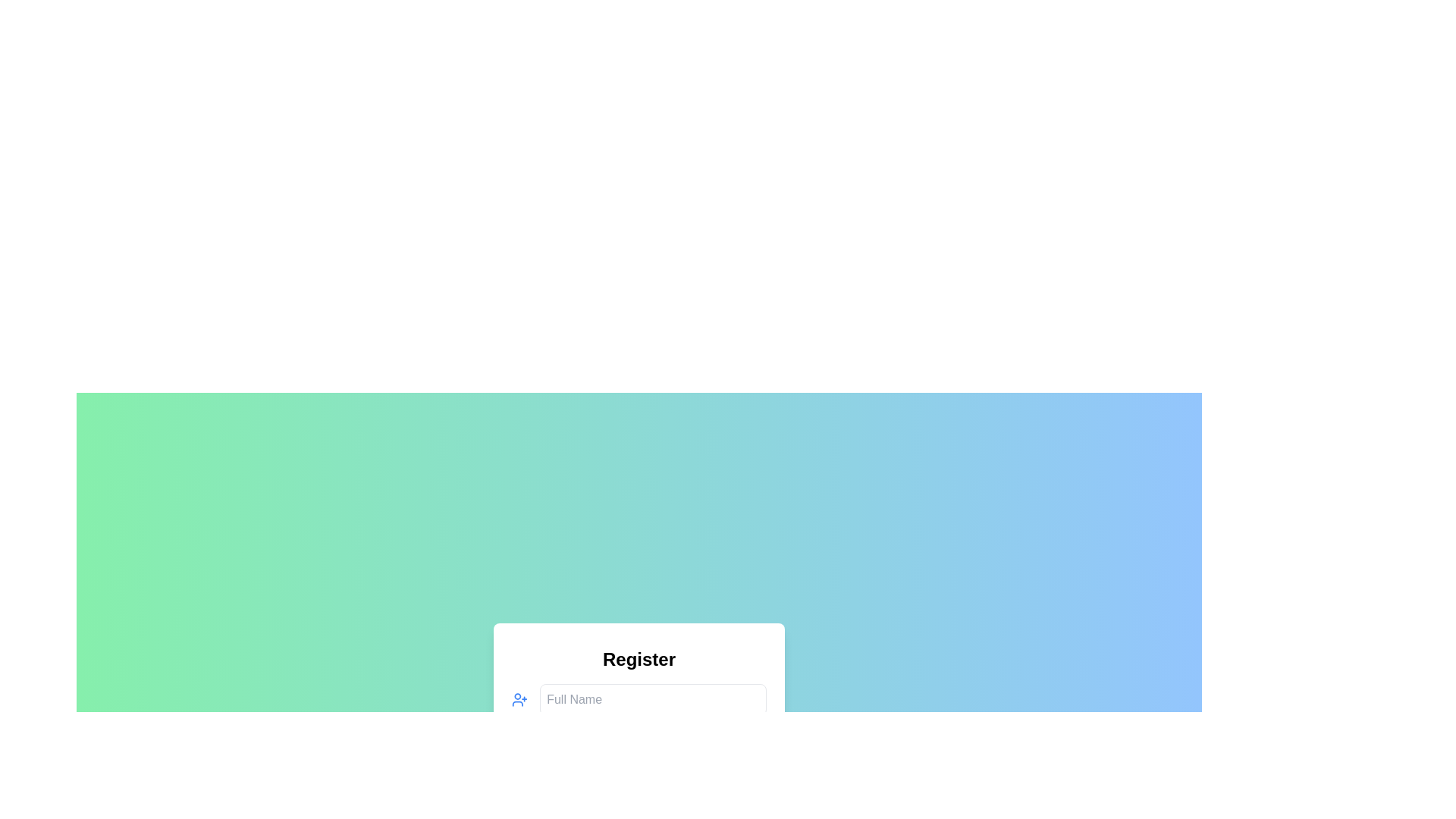 Image resolution: width=1456 pixels, height=819 pixels. I want to click on the user addition icon located at the leftmost side of the form, next to the 'Full Name' text input field, so click(519, 699).